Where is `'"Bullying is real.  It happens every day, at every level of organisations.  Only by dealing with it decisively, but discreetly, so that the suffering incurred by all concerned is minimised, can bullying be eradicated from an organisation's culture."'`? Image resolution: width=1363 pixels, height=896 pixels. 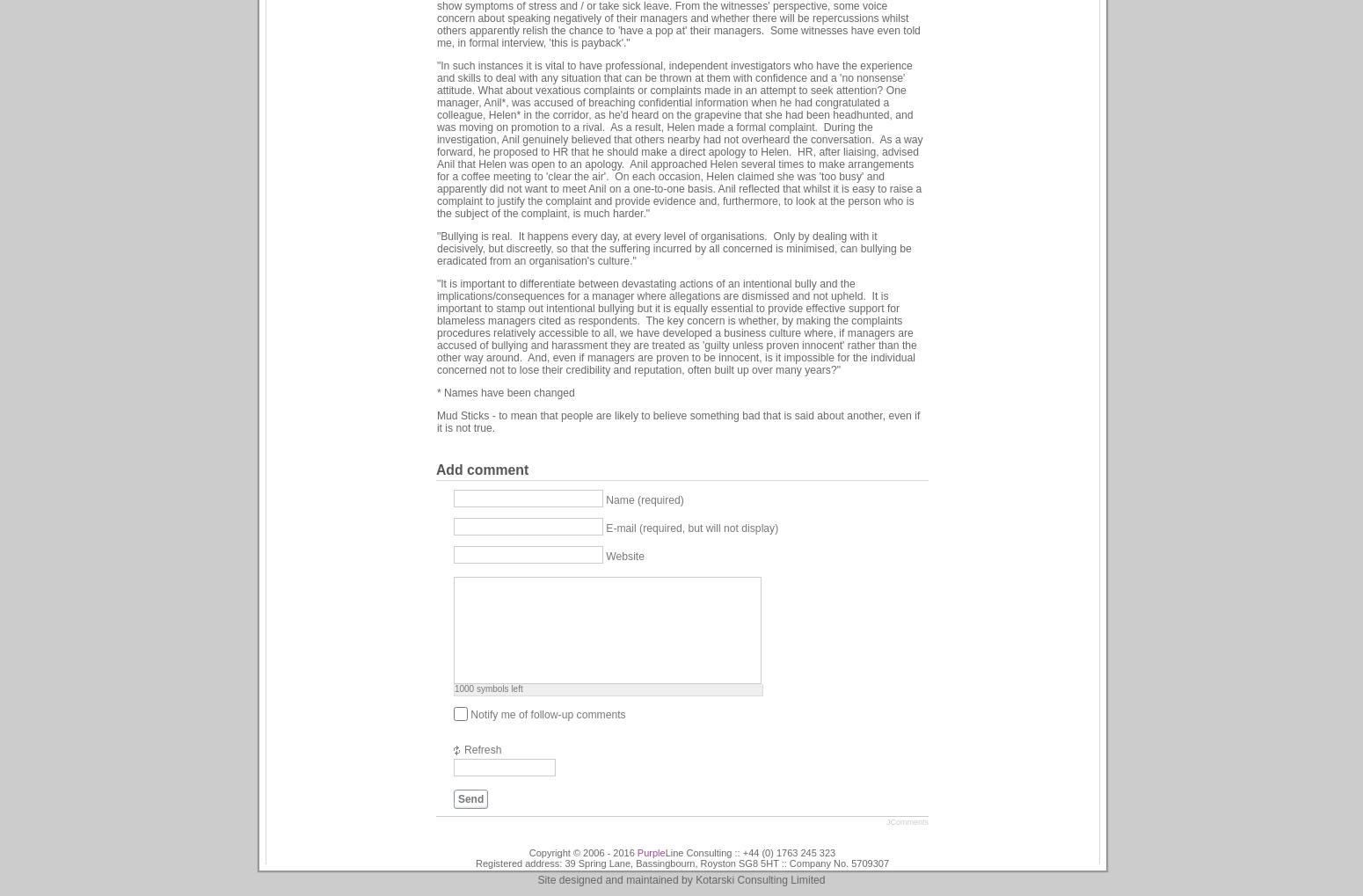 '"Bullying is real.  It happens every day, at every level of organisations.  Only by dealing with it decisively, but discreetly, so that the suffering incurred by all concerned is minimised, can bullying be eradicated from an organisation's culture."' is located at coordinates (674, 246).